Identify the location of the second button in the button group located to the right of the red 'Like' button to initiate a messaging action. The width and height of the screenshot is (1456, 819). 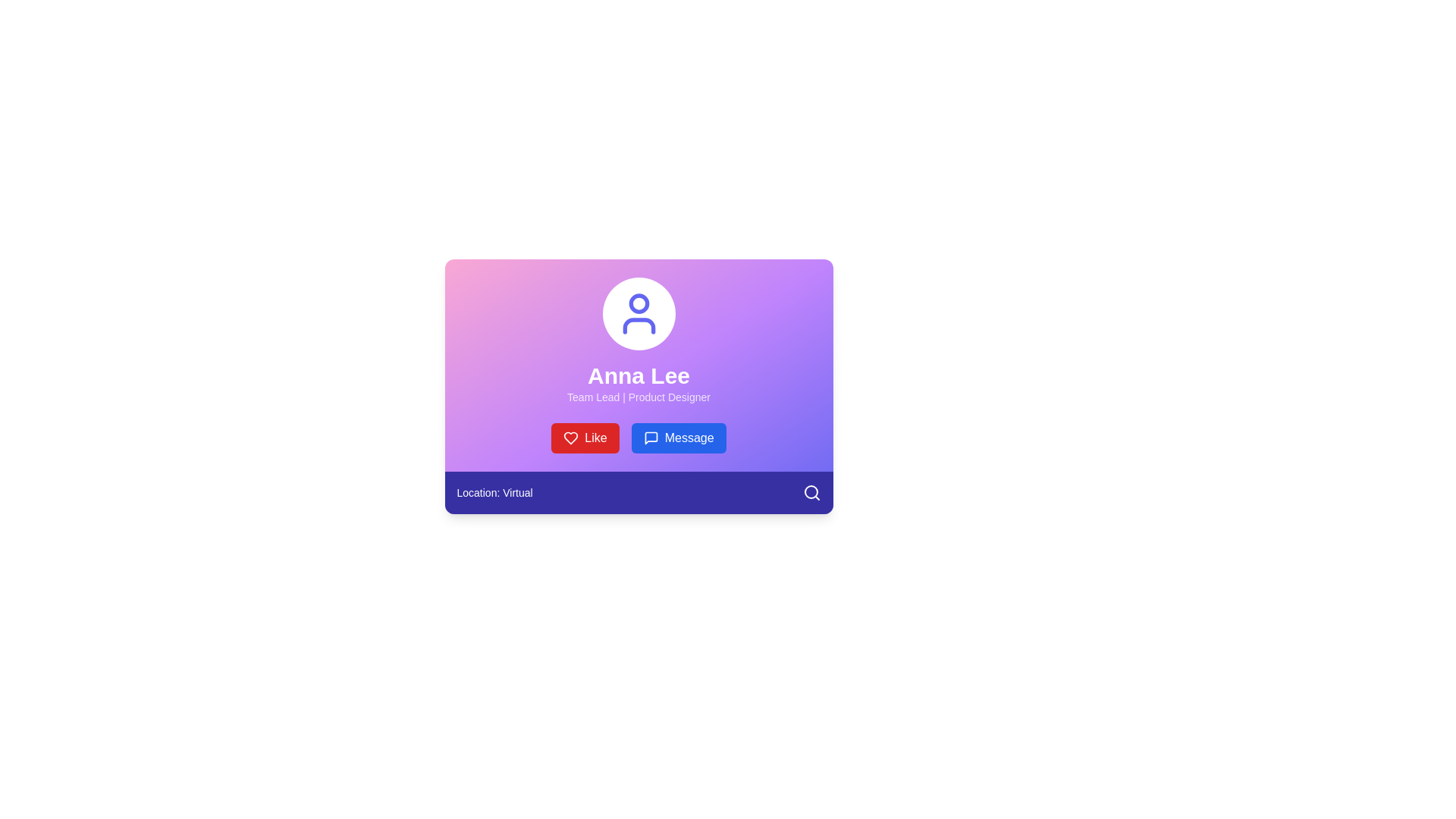
(678, 438).